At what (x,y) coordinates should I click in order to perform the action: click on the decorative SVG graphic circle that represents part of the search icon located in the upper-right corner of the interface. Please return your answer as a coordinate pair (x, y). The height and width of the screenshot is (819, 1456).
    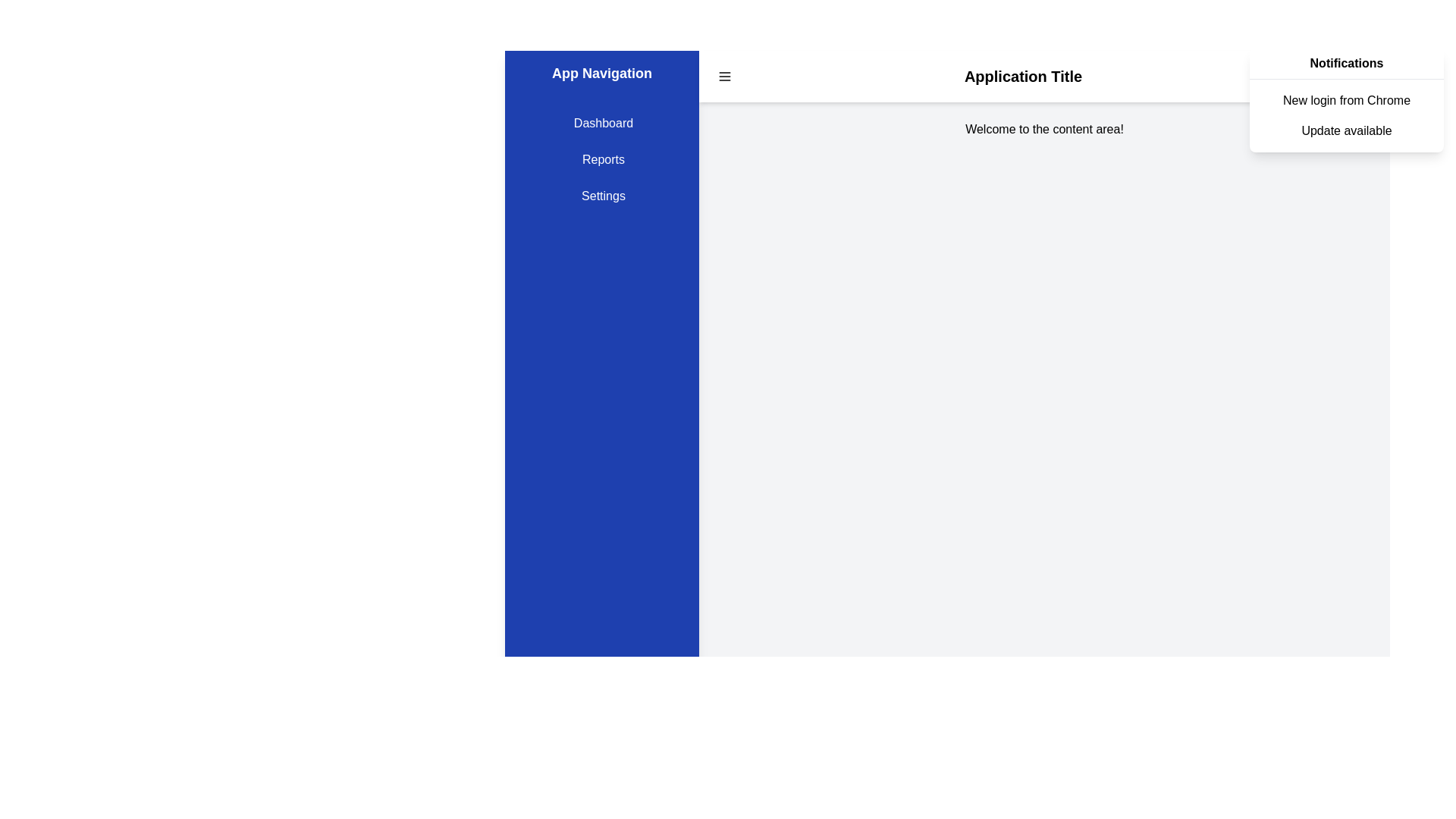
    Looking at the image, I should click on (1314, 76).